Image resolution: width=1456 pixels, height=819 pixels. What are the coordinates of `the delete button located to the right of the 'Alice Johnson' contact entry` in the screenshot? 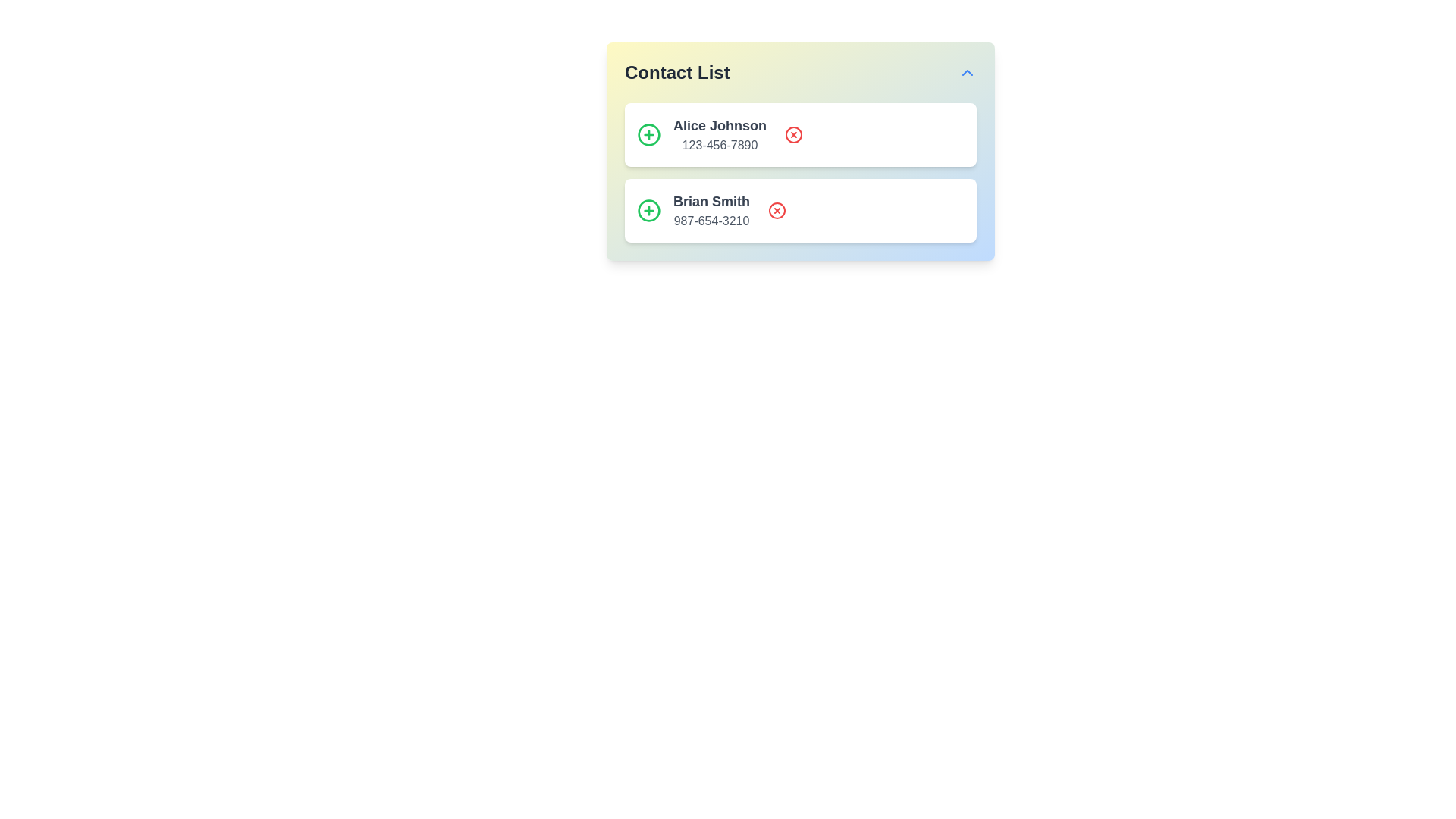 It's located at (792, 133).